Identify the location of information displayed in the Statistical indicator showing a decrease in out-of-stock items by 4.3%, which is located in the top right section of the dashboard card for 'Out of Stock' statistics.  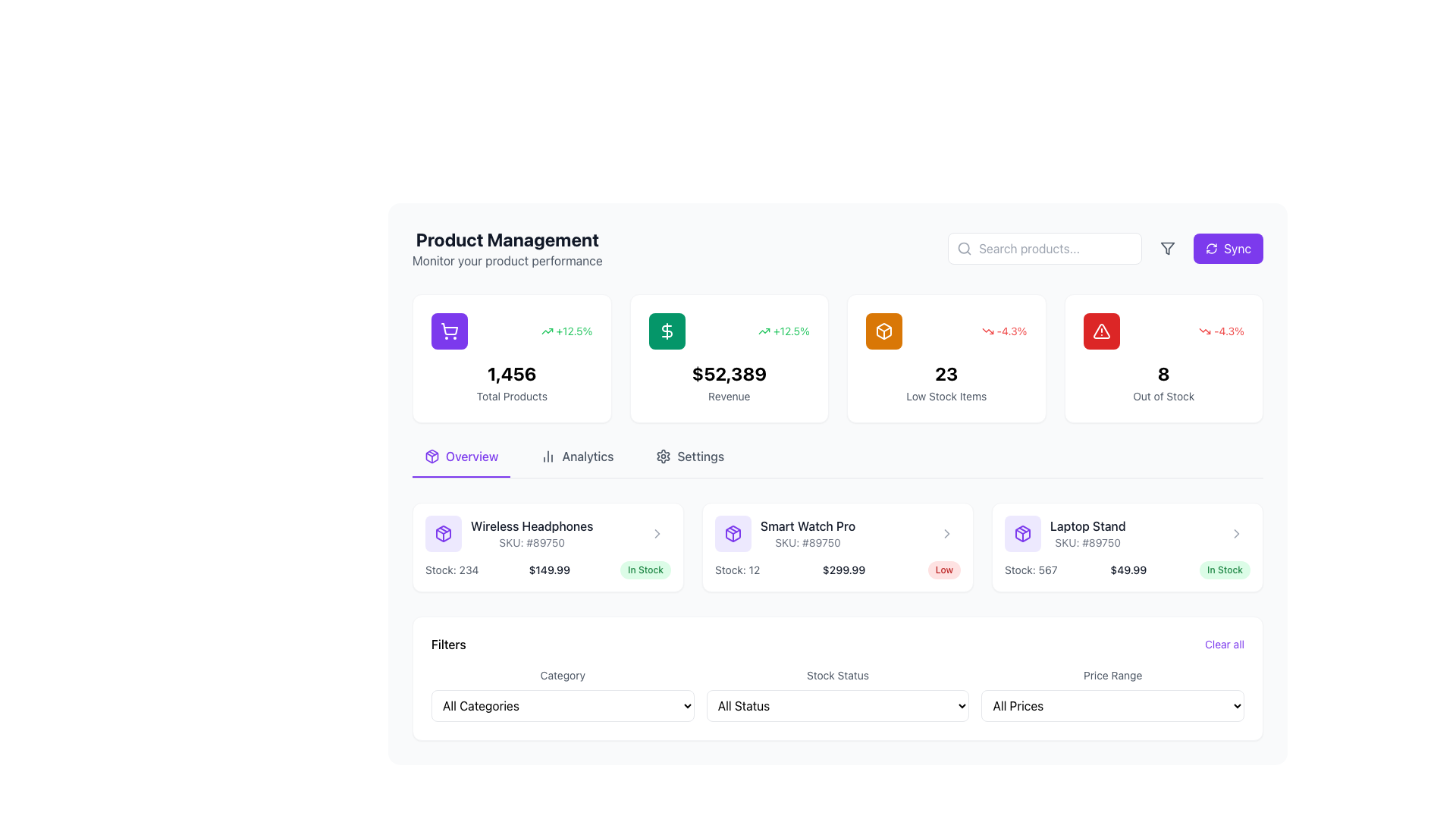
(1222, 330).